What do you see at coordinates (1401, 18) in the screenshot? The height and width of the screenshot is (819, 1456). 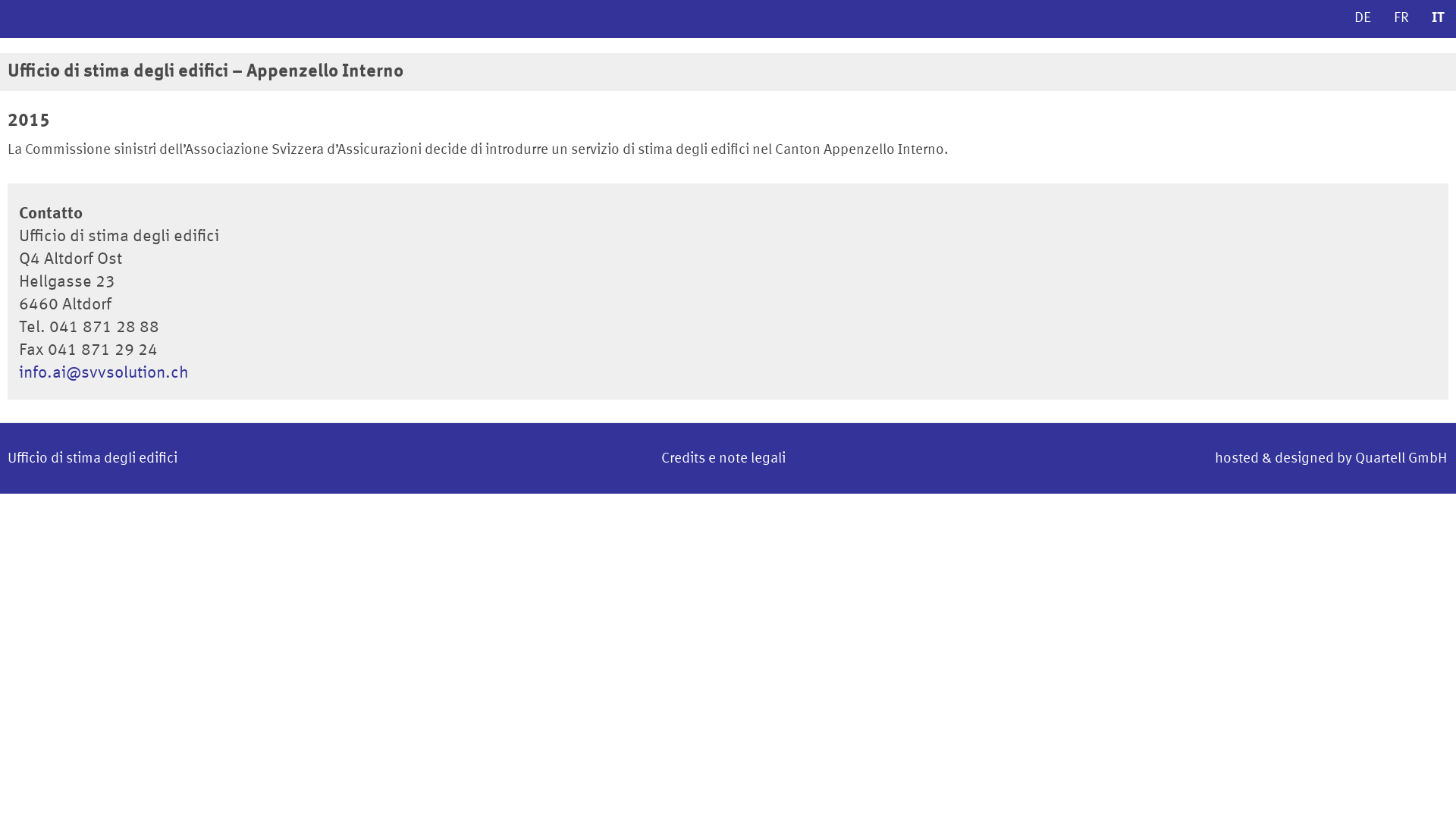 I see `'FR'` at bounding box center [1401, 18].